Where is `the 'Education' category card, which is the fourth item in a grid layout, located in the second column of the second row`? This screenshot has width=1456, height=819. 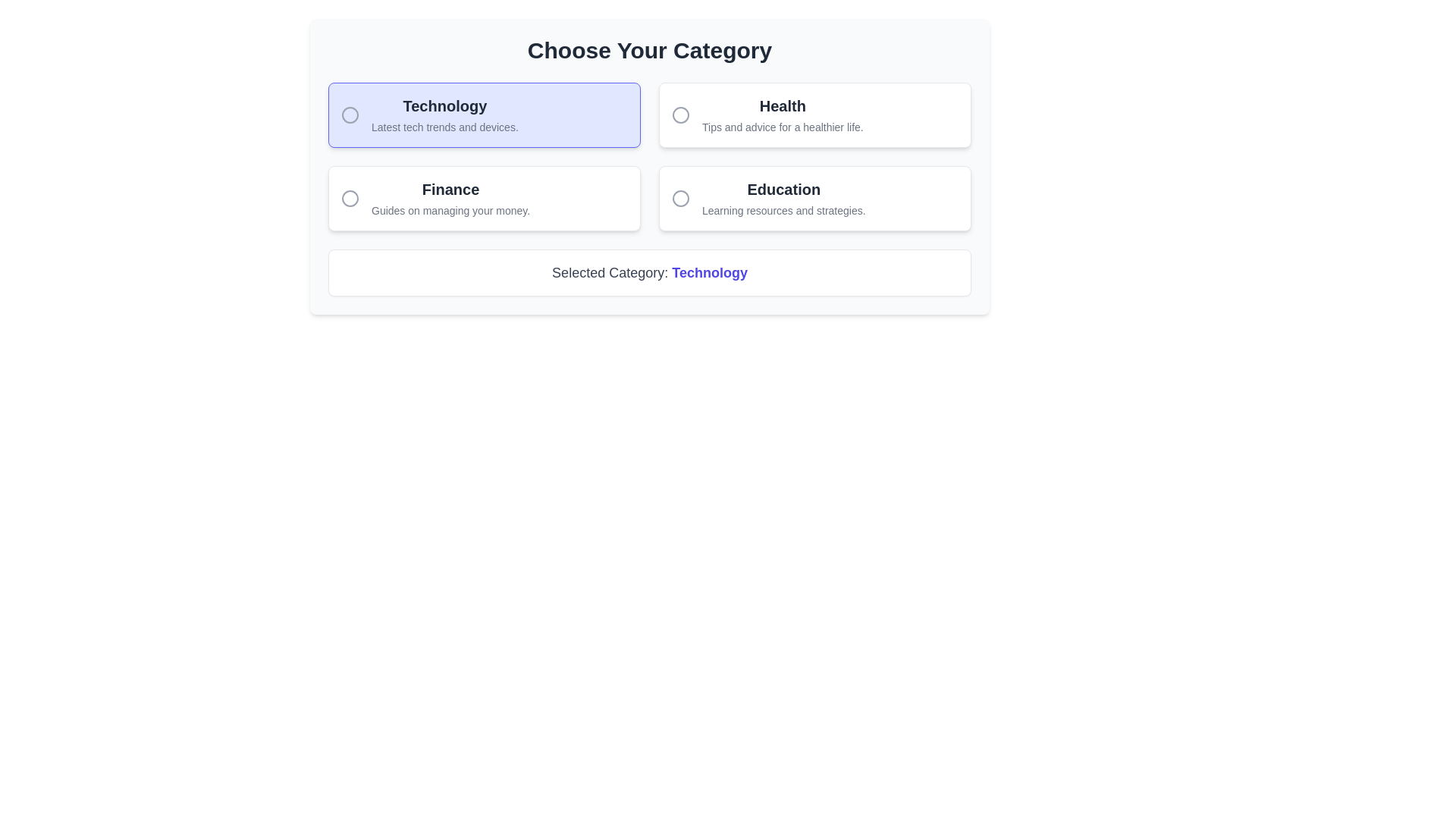
the 'Education' category card, which is the fourth item in a grid layout, located in the second column of the second row is located at coordinates (814, 198).